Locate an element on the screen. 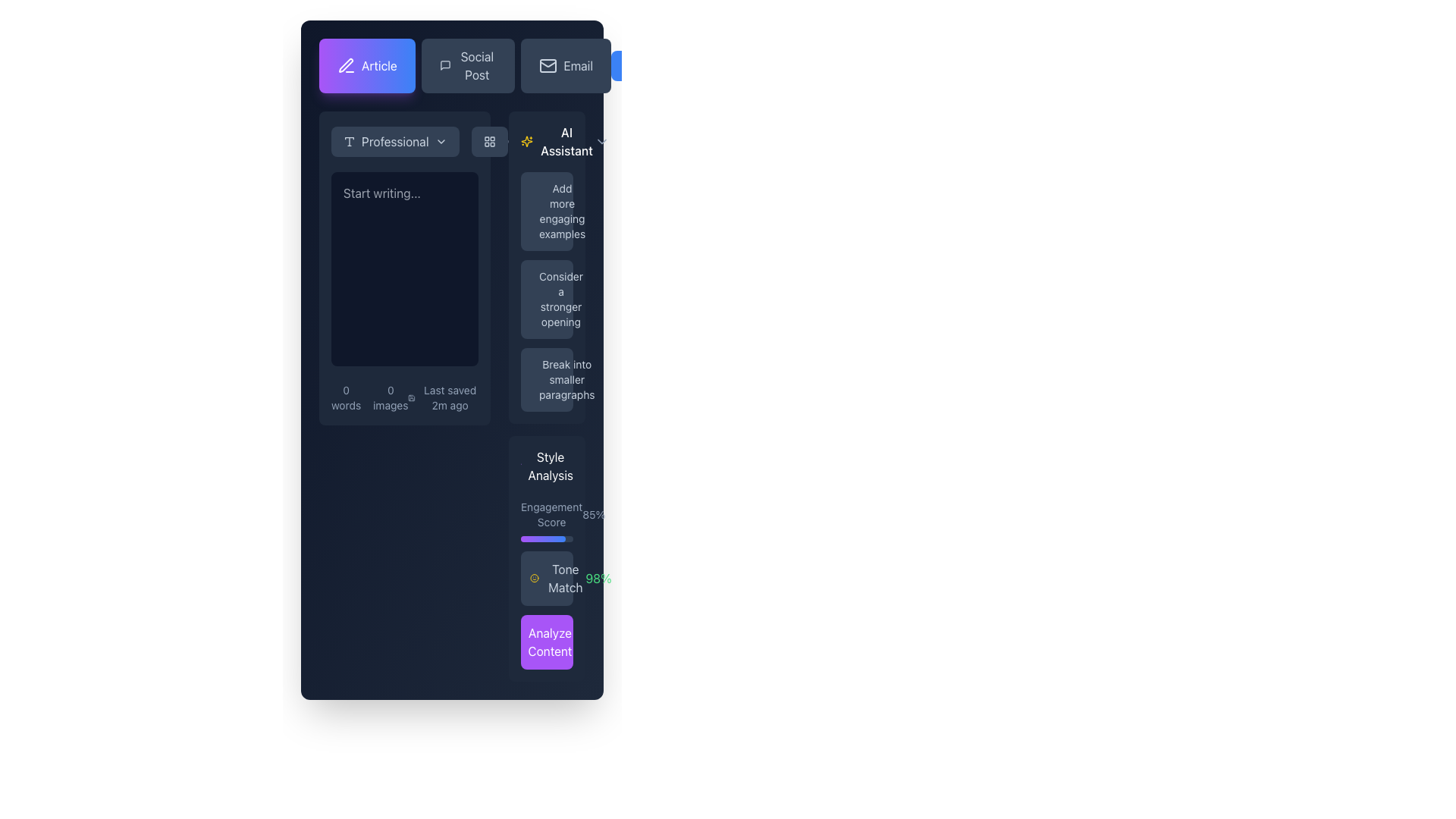  the text label of the button that identifies its purpose for managing social posts, located between the 'Article' and 'Email' buttons is located at coordinates (476, 65).